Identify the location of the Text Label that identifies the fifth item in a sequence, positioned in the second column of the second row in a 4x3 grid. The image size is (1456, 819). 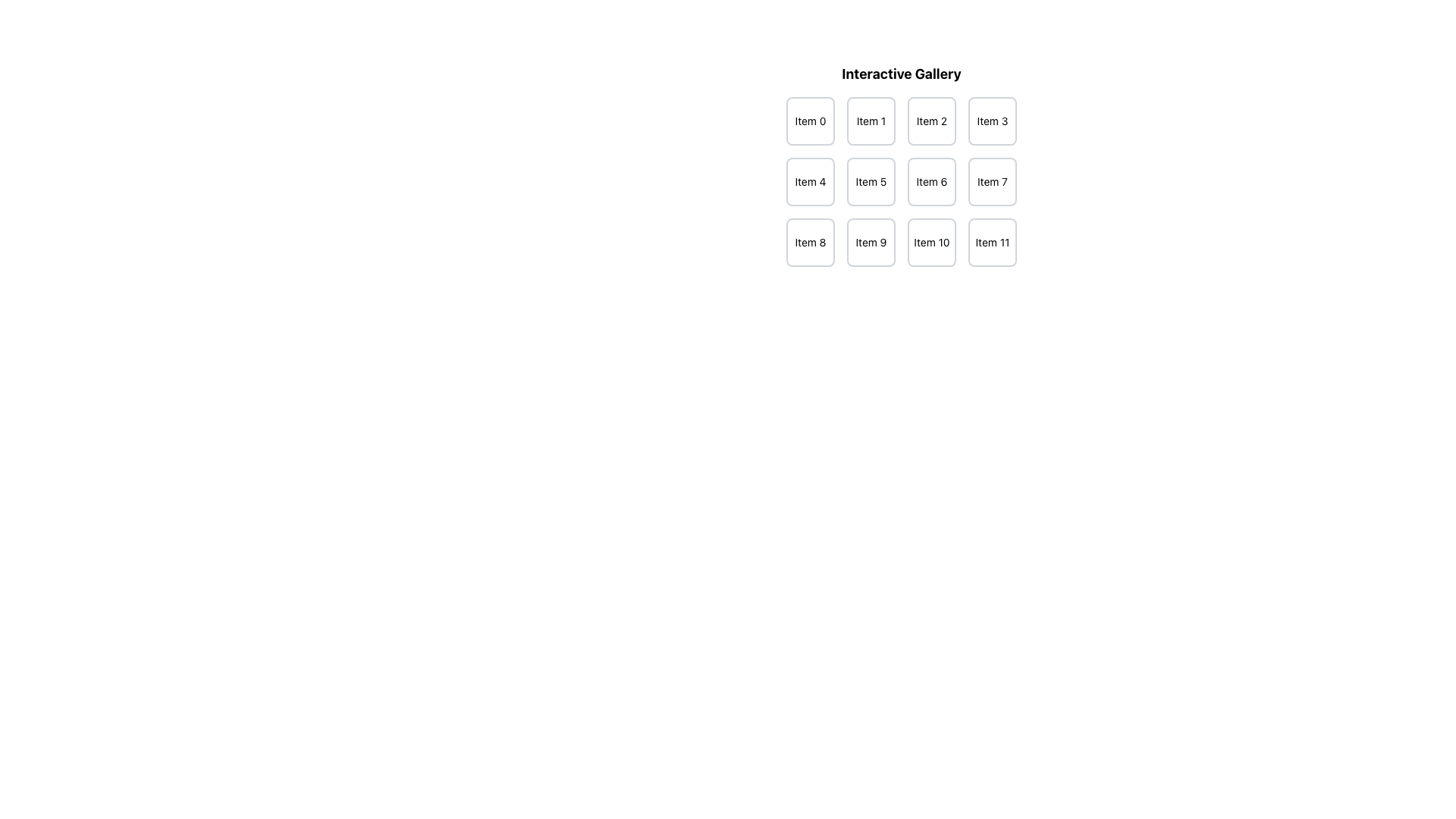
(871, 180).